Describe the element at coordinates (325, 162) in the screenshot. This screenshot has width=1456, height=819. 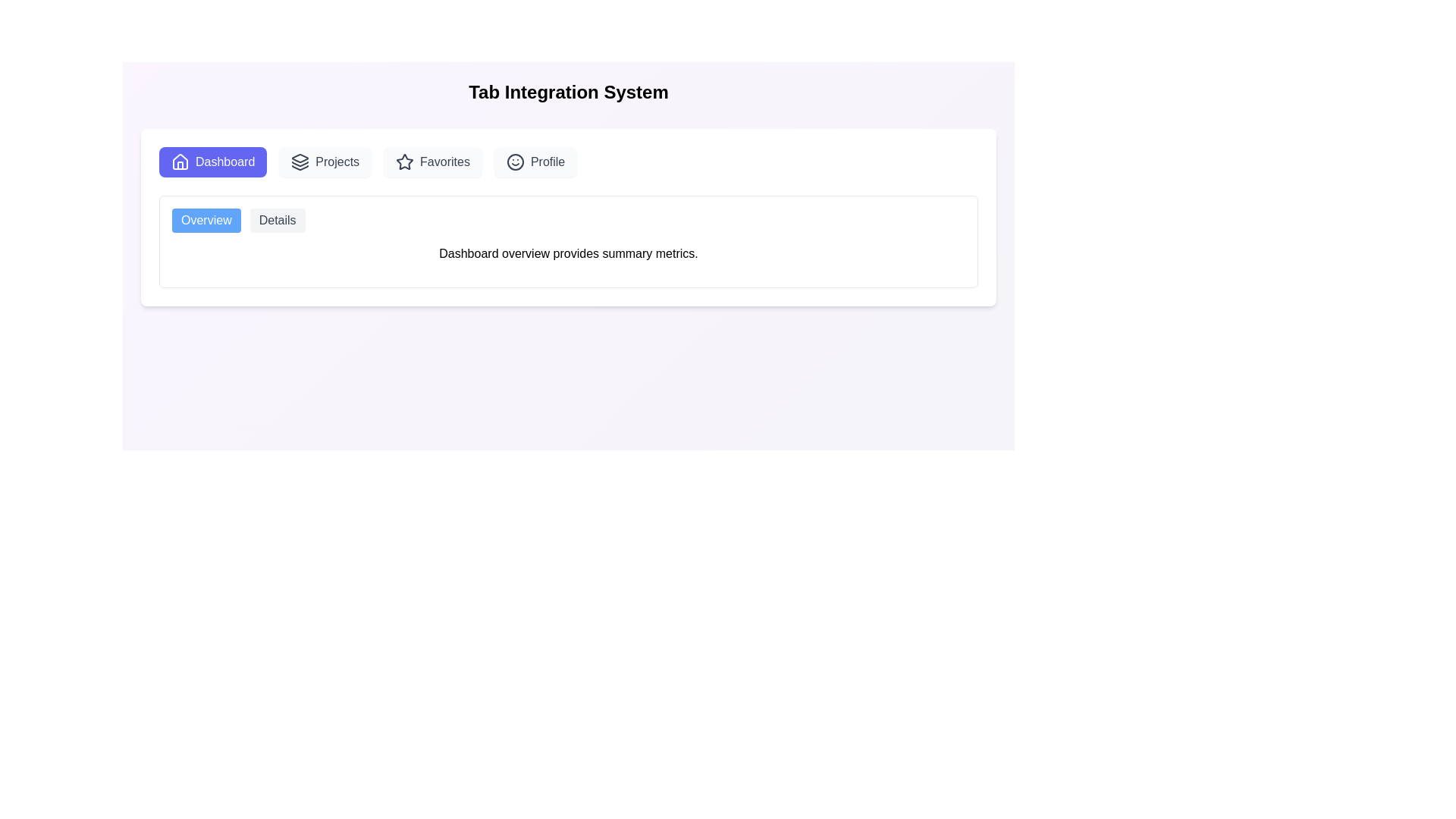
I see `the 'Projects' navigation tab, which is the second tab in the horizontal menu, positioned to the right of 'Dashboard' and to the left of 'Favorites'` at that location.